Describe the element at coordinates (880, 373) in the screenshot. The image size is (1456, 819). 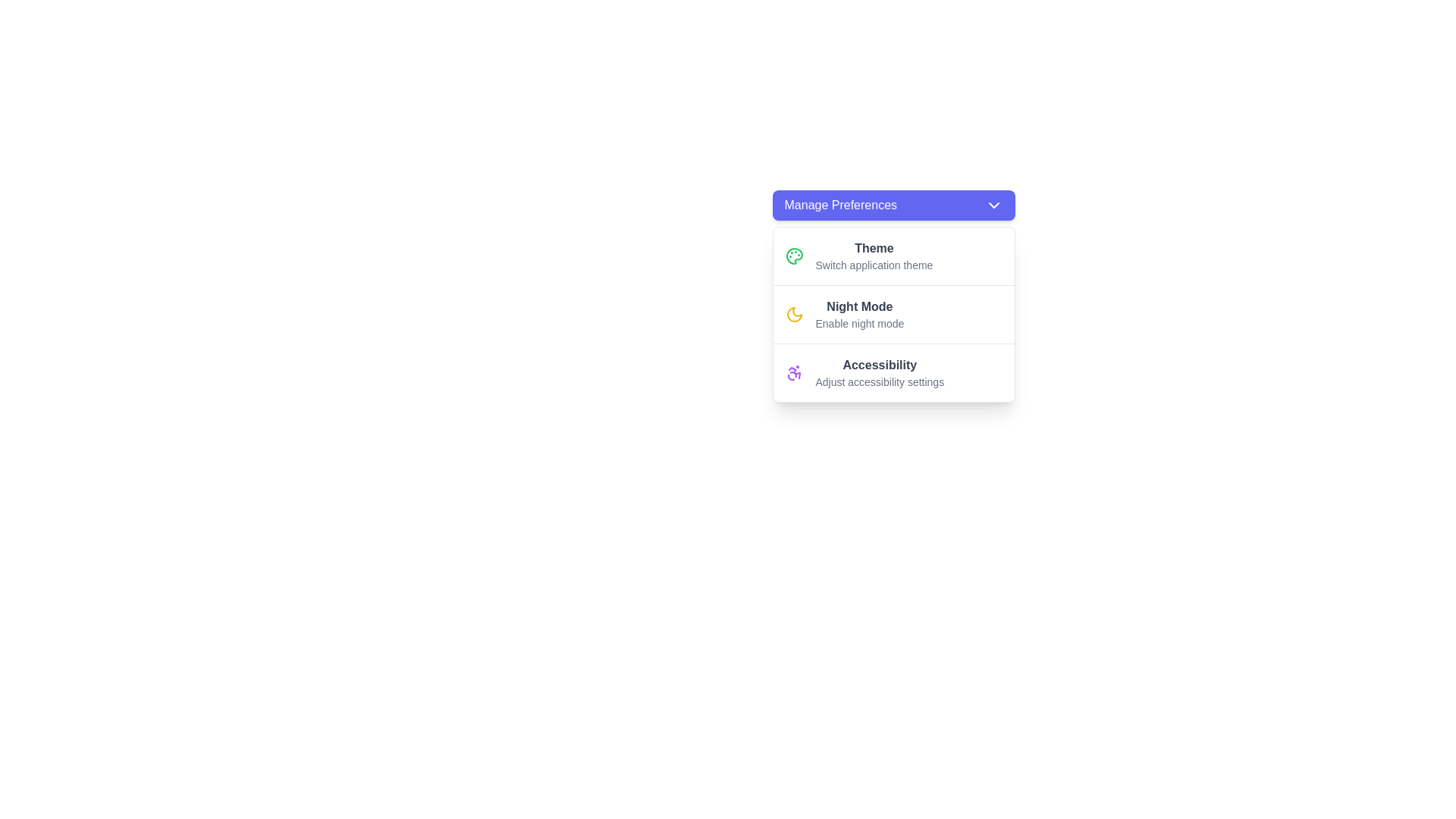
I see `the third item in the dropdown menu titled 'Manage Preferences', which includes an accessibility icon and text` at that location.